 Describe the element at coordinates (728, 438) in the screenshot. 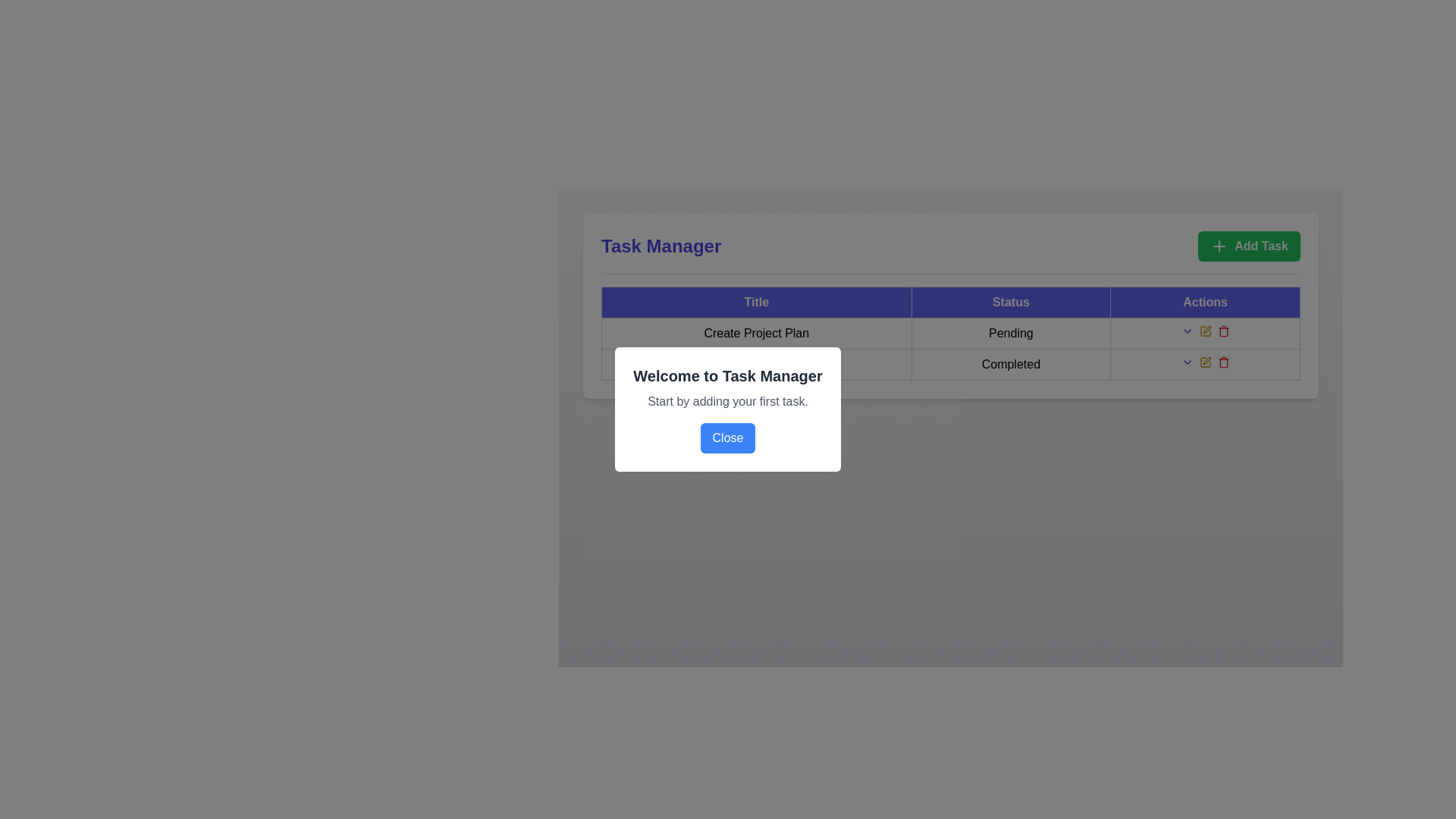

I see `the close button located at the bottom center of the modal dialog that contains the text 'Welcome to Task Manager'` at that location.